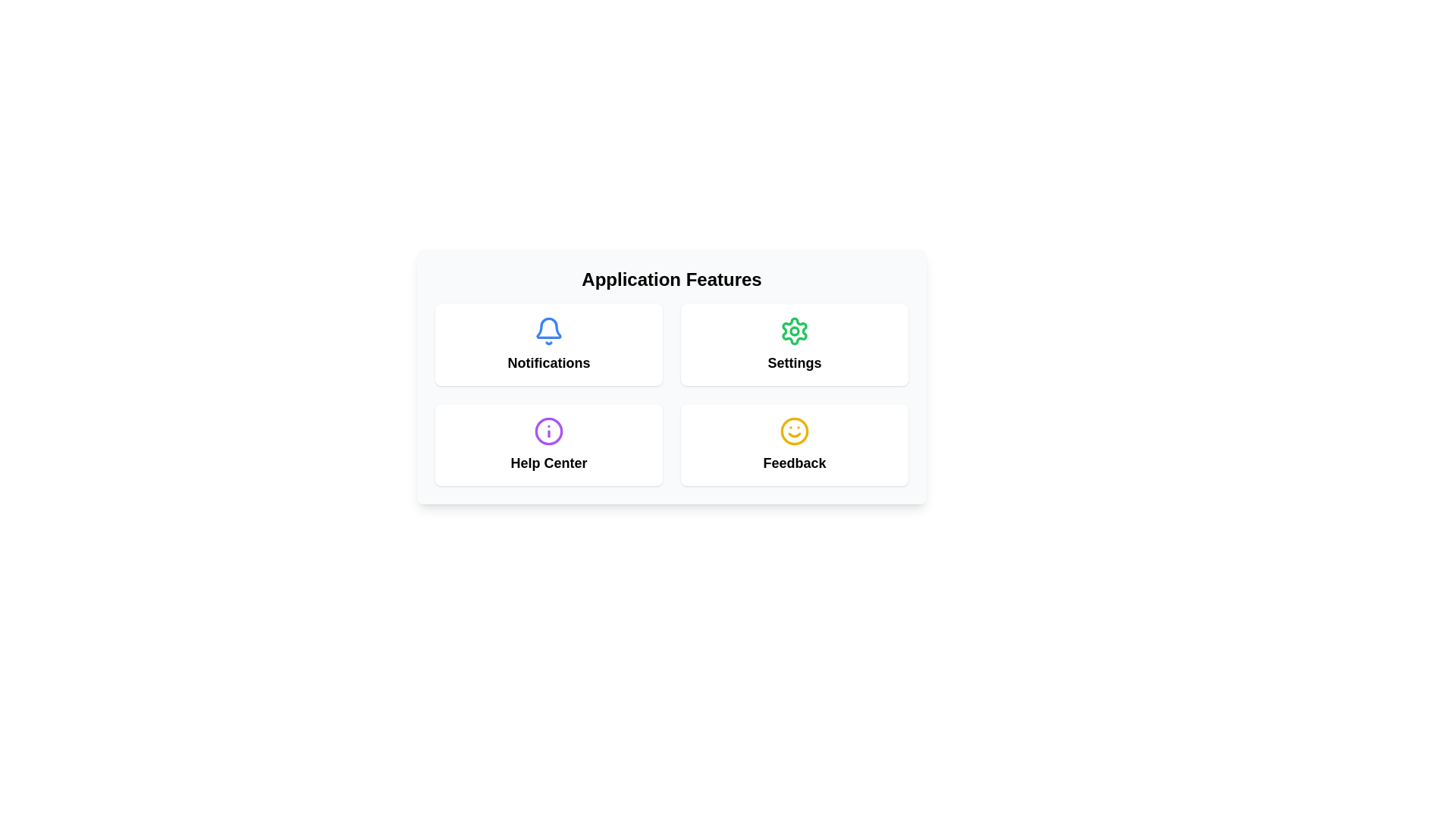 This screenshot has height=819, width=1456. I want to click on the blue-stroked bell-shaped icon representing an alert or notification, located at the top-left corner among the four feature icons, so click(548, 327).